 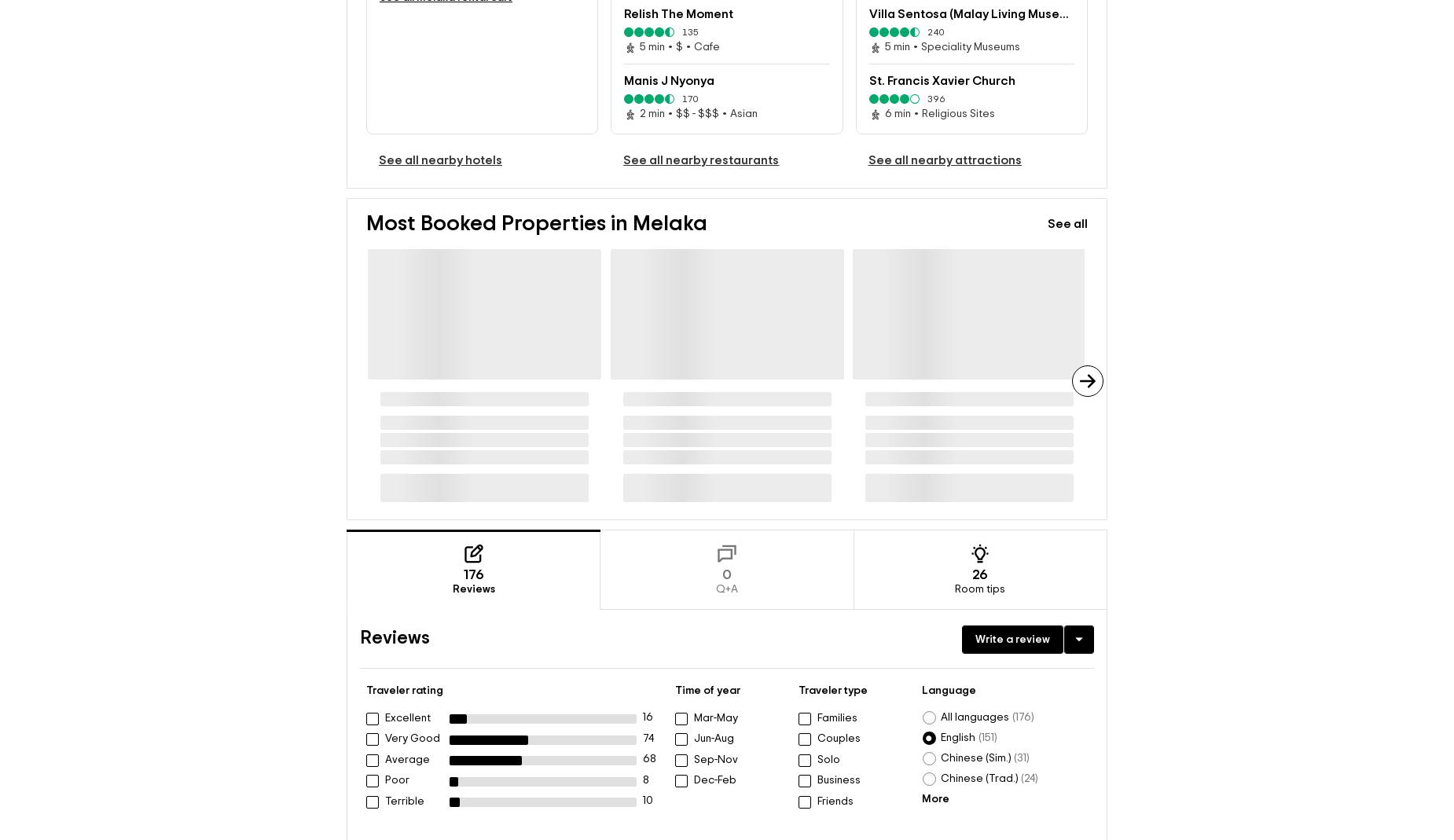 What do you see at coordinates (939, 737) in the screenshot?
I see `'English'` at bounding box center [939, 737].